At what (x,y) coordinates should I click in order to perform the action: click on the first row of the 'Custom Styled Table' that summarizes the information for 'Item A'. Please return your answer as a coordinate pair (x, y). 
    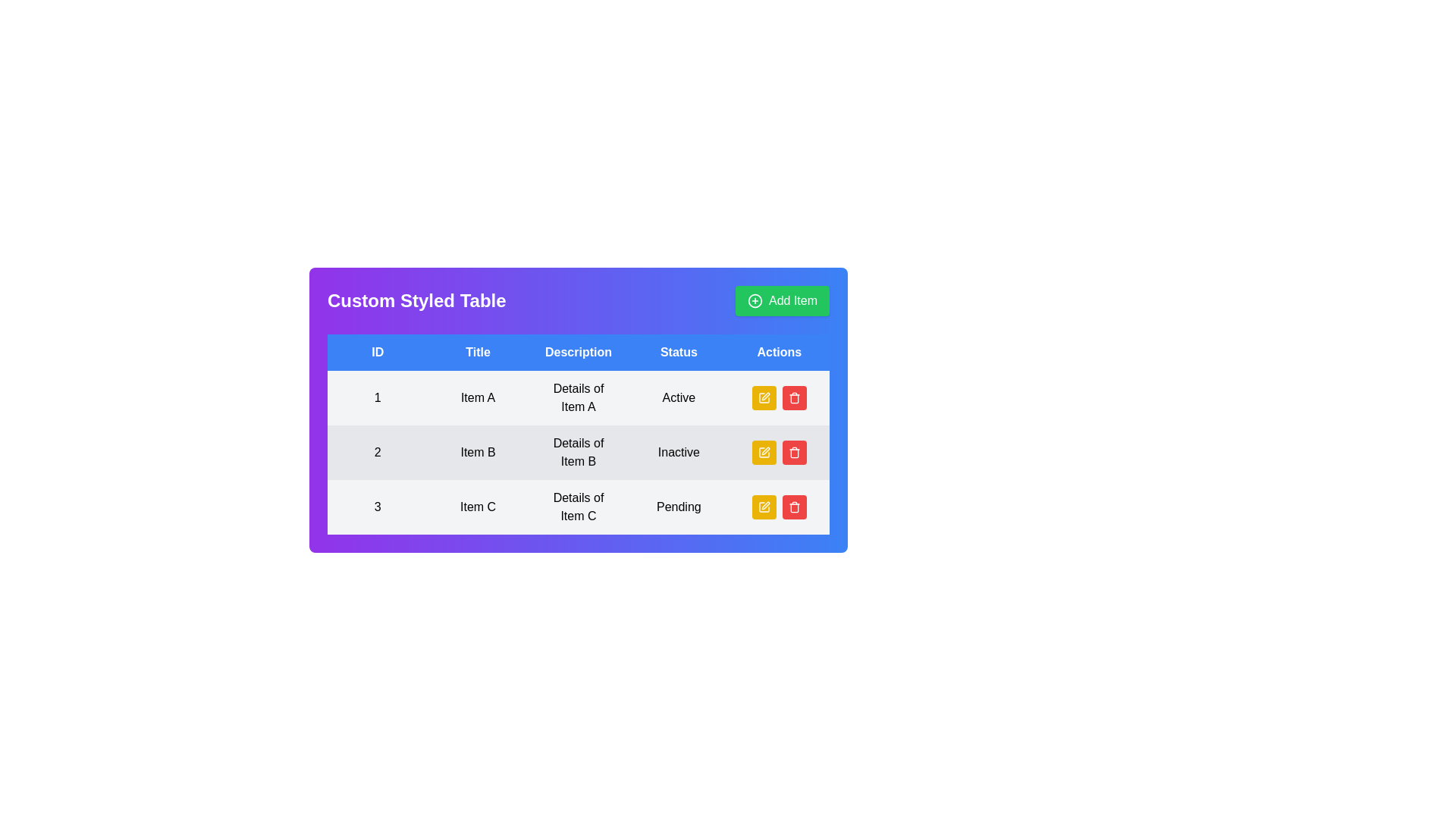
    Looking at the image, I should click on (578, 397).